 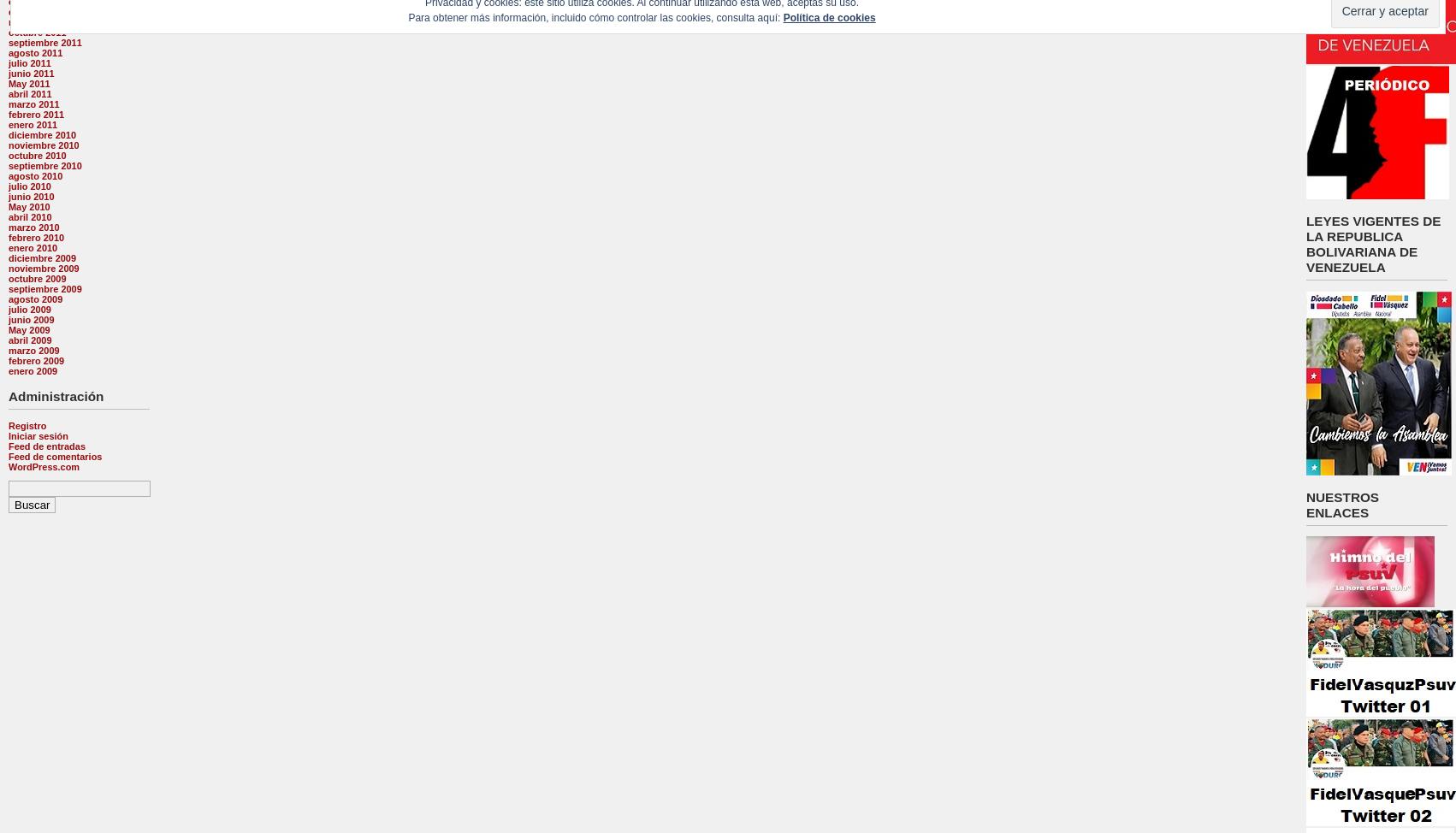 What do you see at coordinates (9, 298) in the screenshot?
I see `'agosto 2009'` at bounding box center [9, 298].